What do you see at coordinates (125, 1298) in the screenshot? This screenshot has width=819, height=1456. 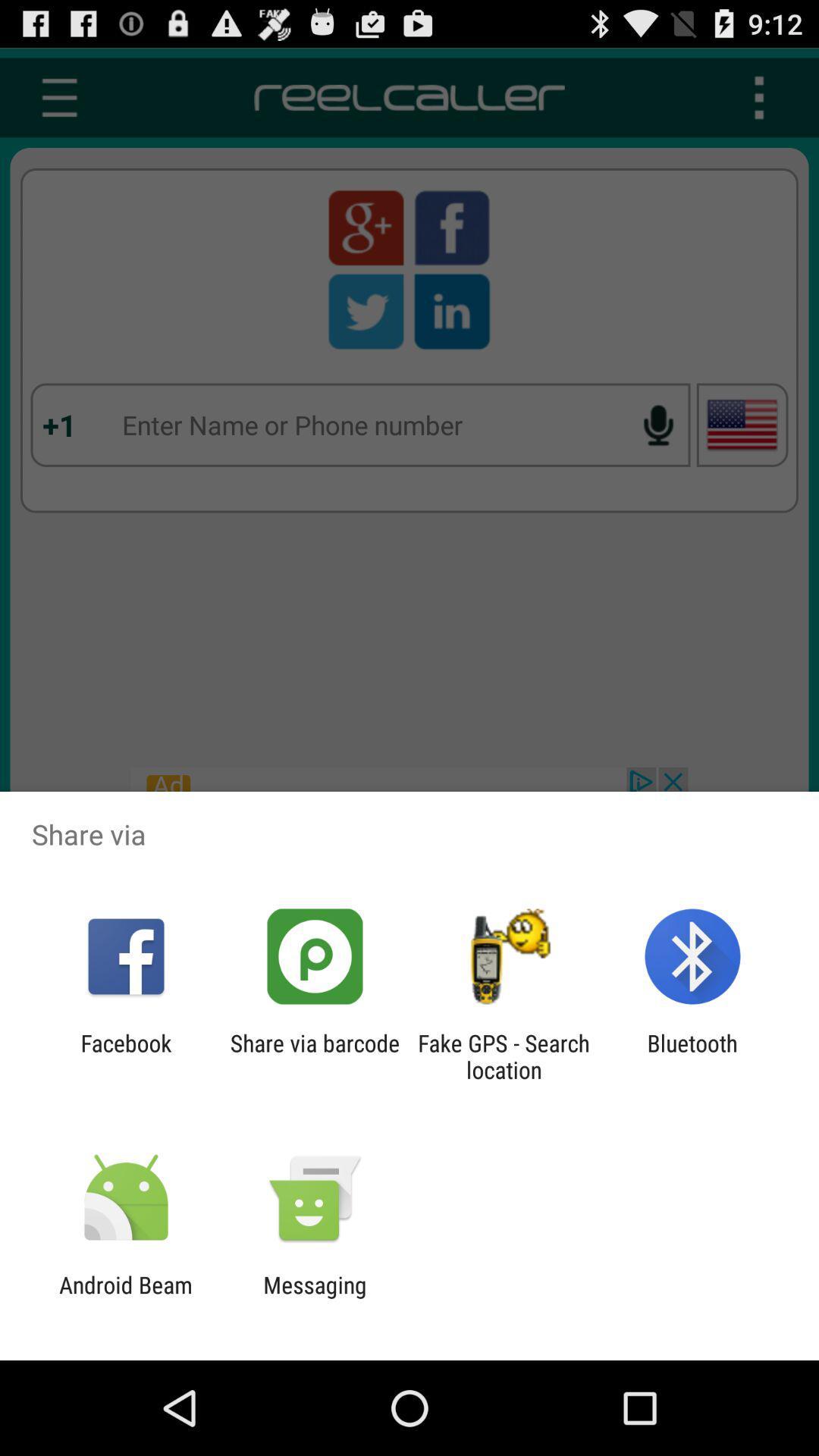 I see `the android beam item` at bounding box center [125, 1298].